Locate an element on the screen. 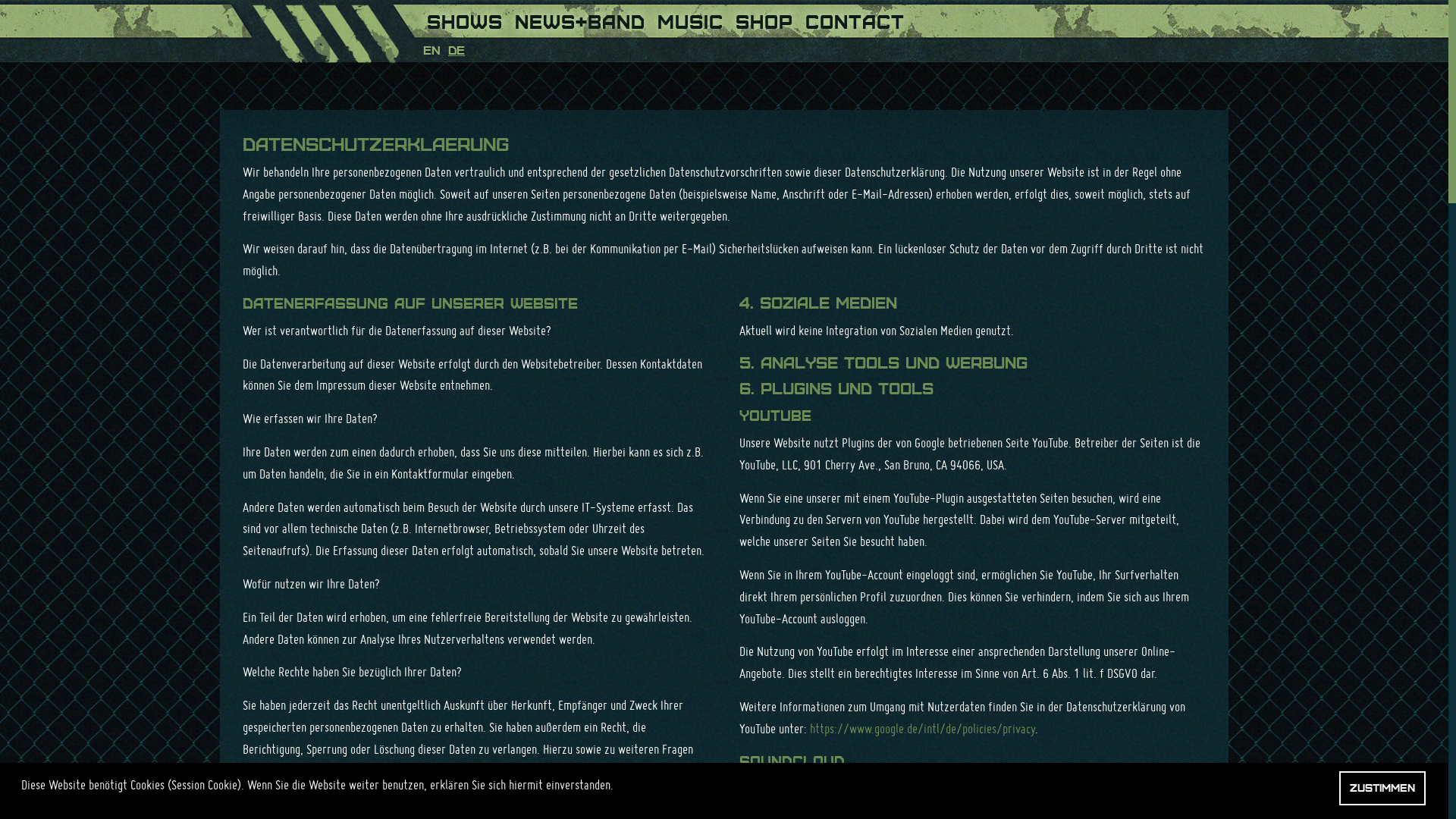 The width and height of the screenshot is (1456, 819). 'CONTACT' is located at coordinates (855, 18).